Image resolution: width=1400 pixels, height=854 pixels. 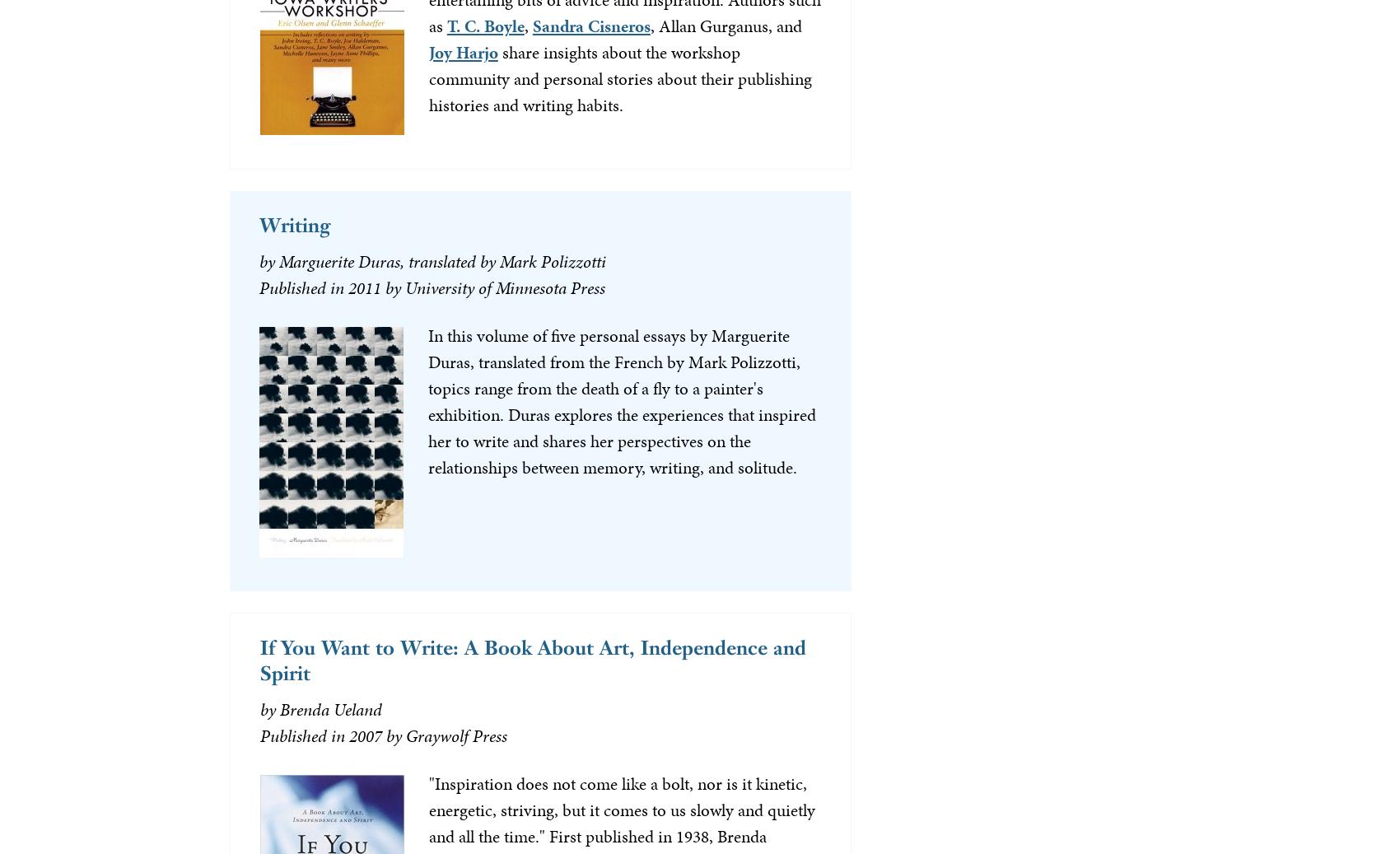 I want to click on ',', so click(x=528, y=25).